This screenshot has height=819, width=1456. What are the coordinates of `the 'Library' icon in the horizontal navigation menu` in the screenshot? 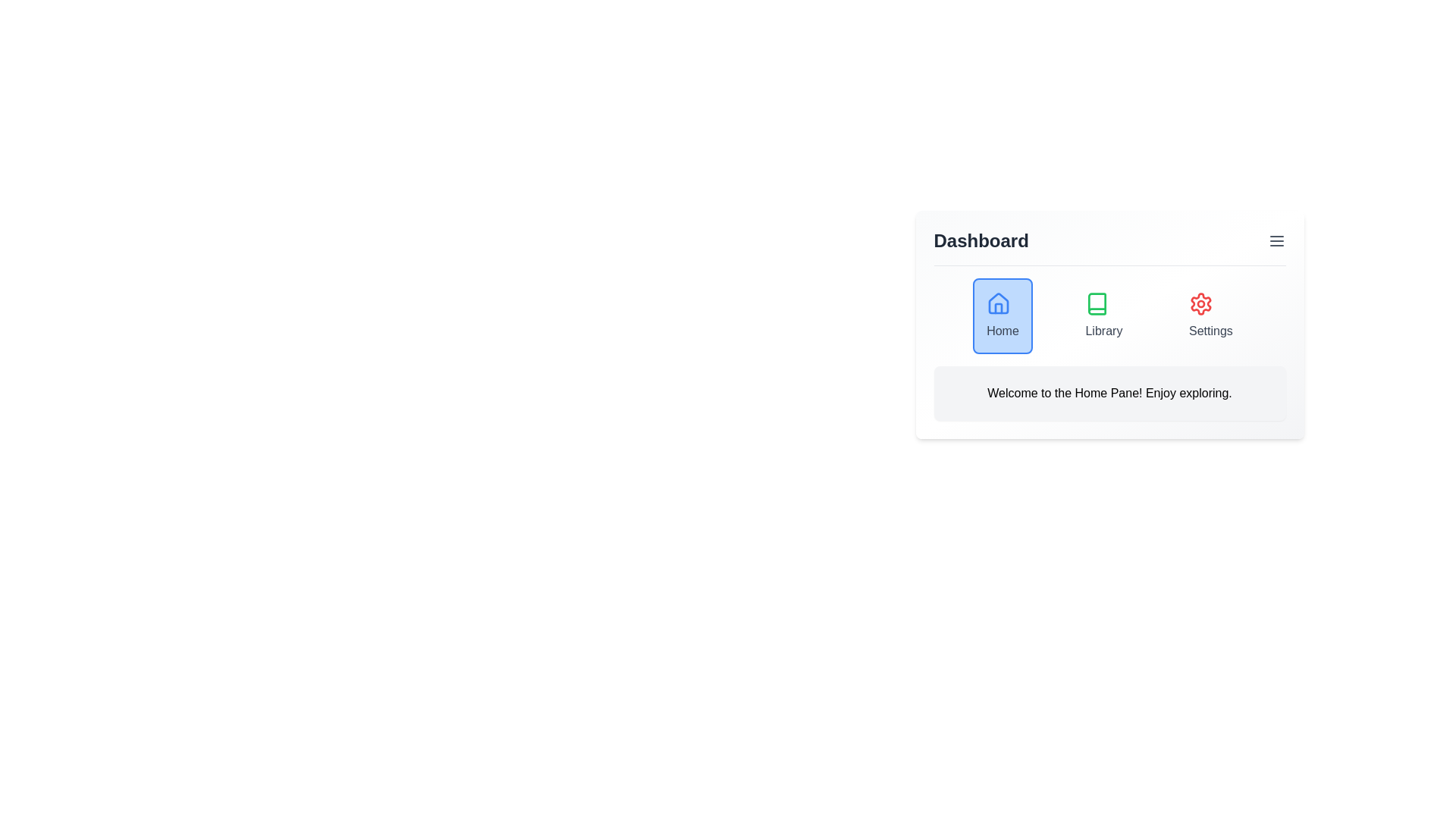 It's located at (1097, 304).